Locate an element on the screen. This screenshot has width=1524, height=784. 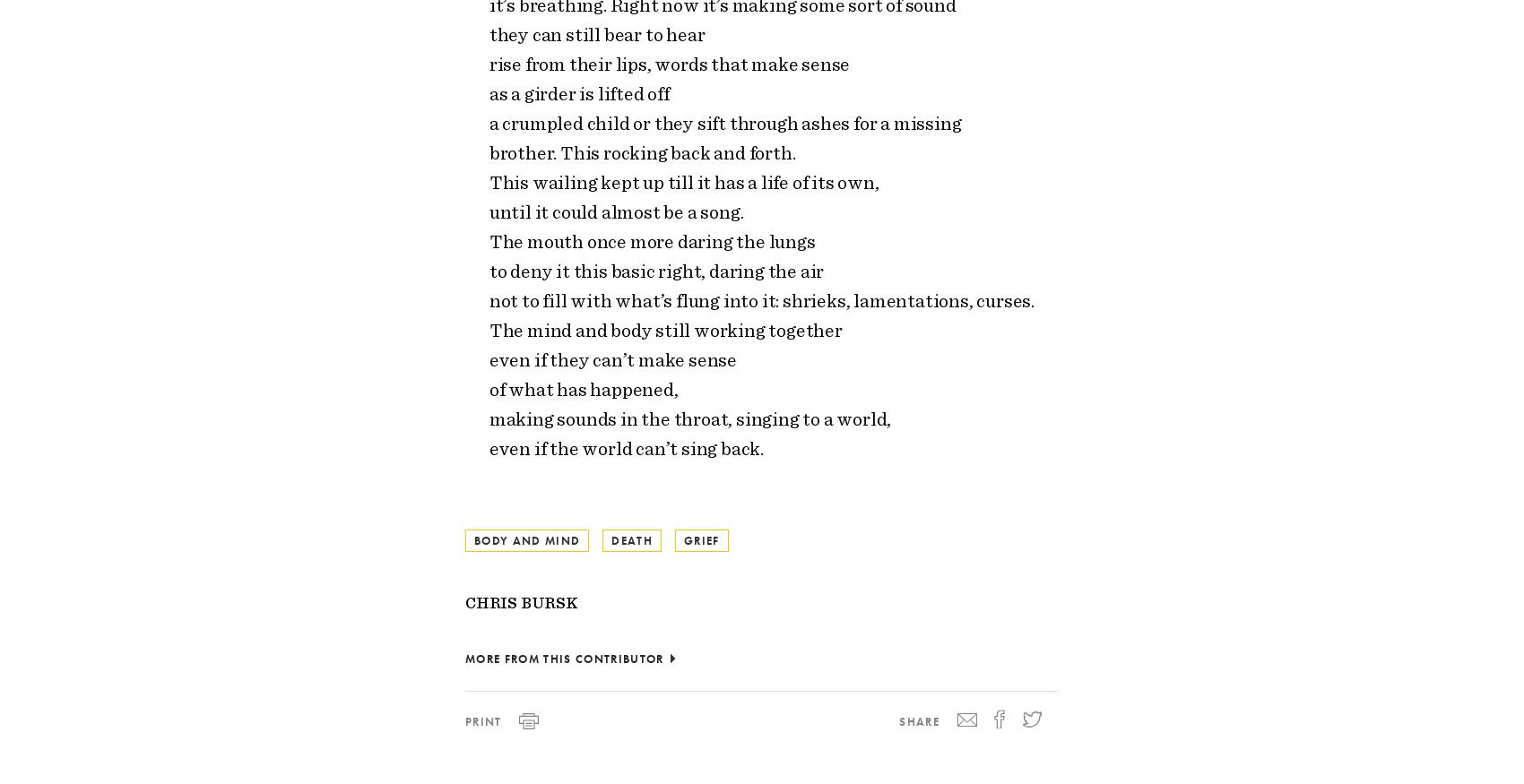
'Share' is located at coordinates (918, 720).